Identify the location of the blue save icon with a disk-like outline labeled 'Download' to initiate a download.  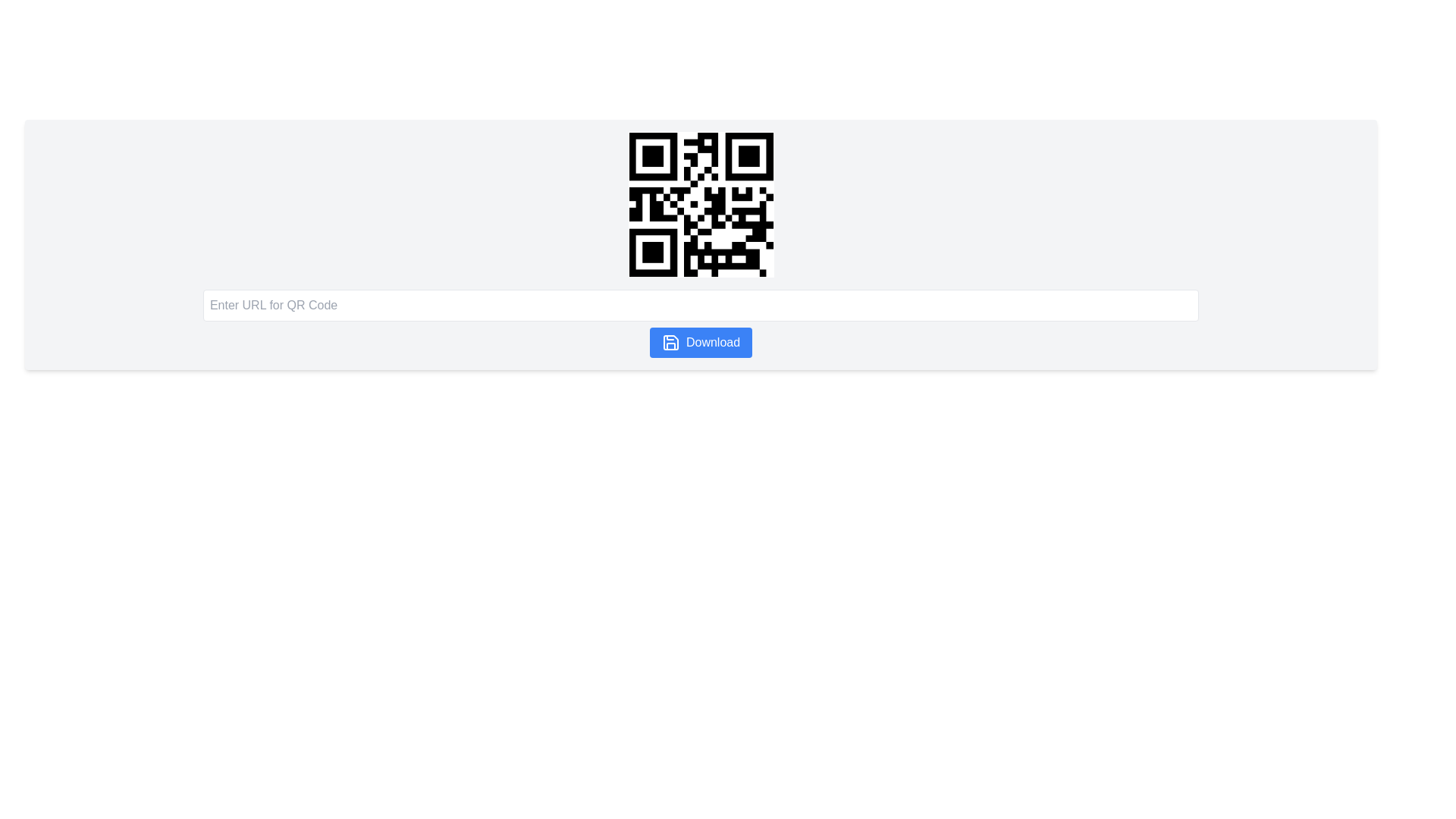
(670, 342).